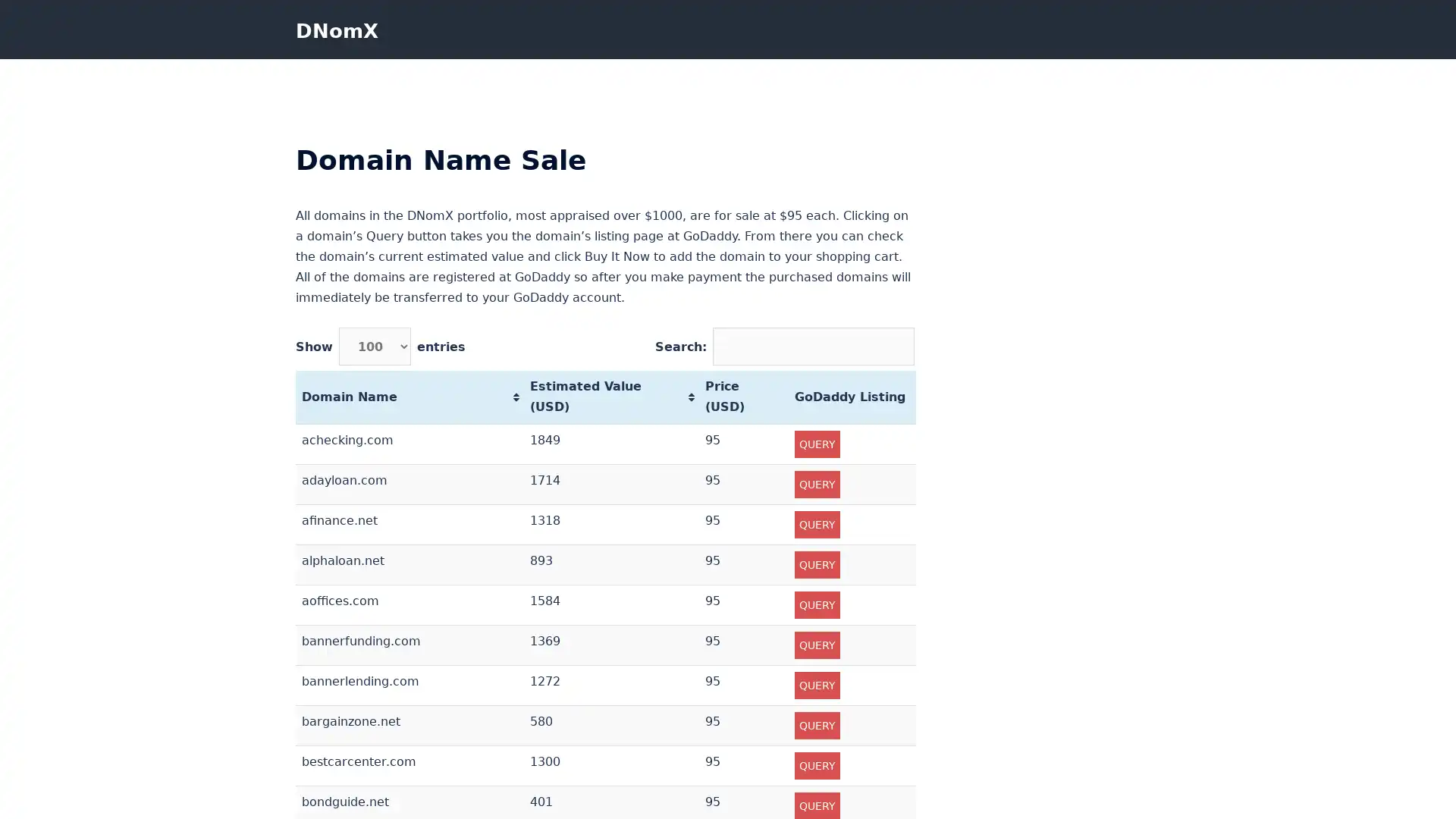  I want to click on QUERY, so click(815, 645).